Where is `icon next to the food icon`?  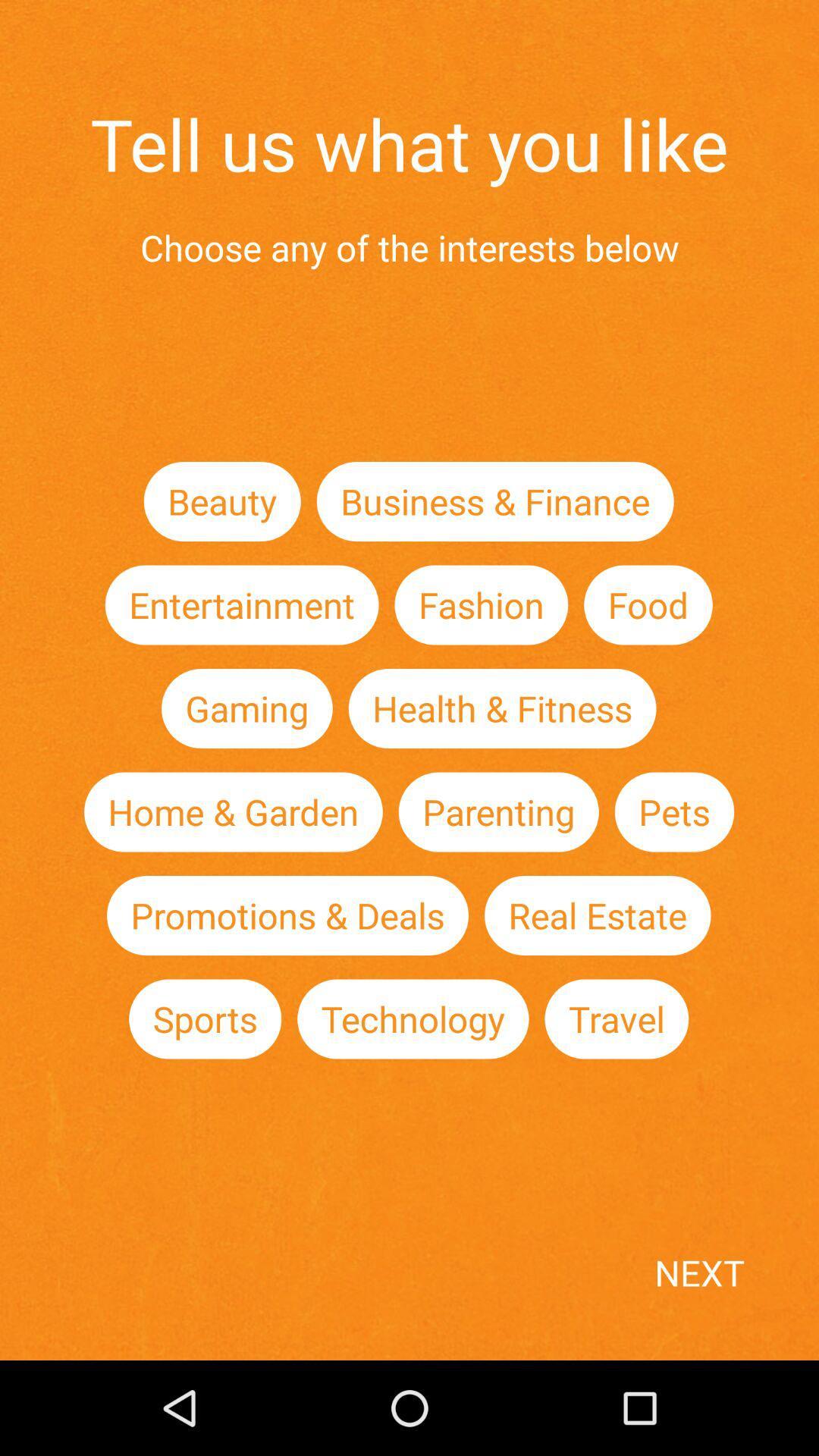 icon next to the food icon is located at coordinates (481, 604).